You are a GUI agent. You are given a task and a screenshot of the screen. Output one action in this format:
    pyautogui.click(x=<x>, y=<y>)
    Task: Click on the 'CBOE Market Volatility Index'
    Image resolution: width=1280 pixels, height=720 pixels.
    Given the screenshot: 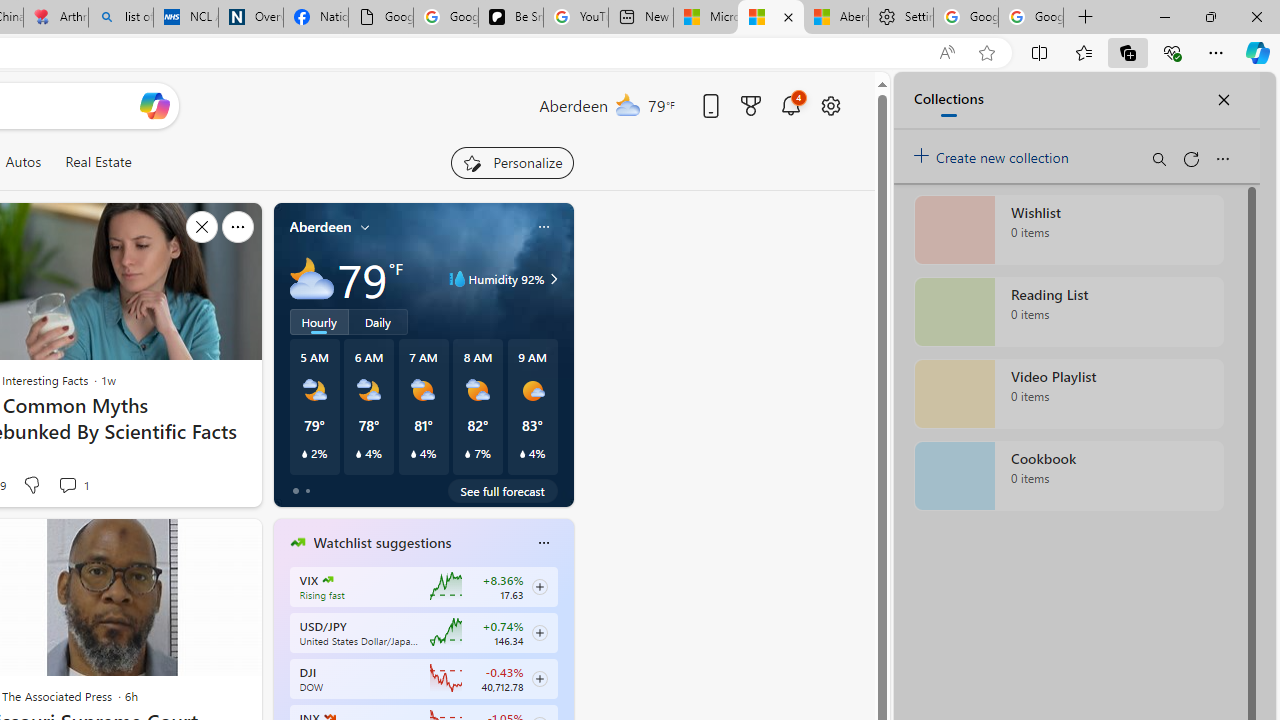 What is the action you would take?
    pyautogui.click(x=328, y=579)
    